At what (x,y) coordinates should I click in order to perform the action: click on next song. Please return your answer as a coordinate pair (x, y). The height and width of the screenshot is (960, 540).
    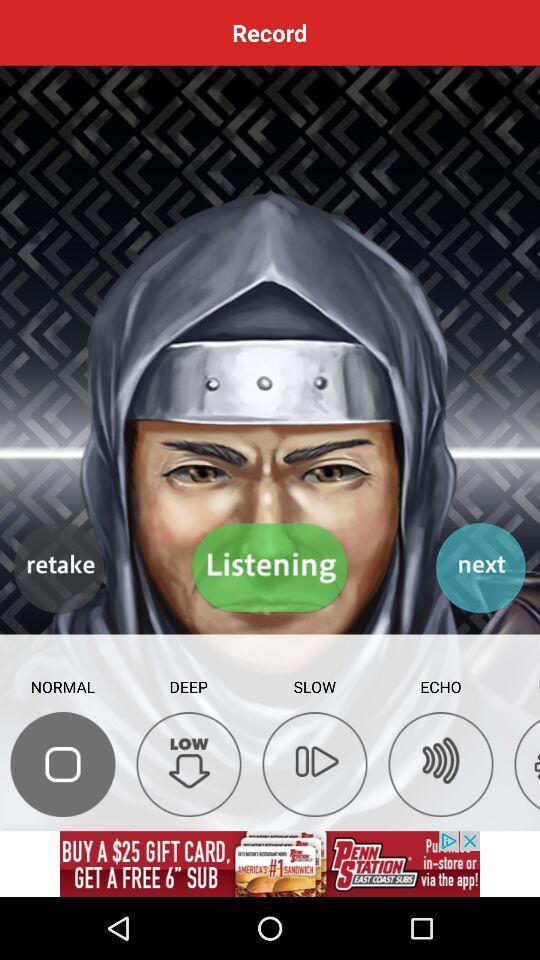
    Looking at the image, I should click on (479, 568).